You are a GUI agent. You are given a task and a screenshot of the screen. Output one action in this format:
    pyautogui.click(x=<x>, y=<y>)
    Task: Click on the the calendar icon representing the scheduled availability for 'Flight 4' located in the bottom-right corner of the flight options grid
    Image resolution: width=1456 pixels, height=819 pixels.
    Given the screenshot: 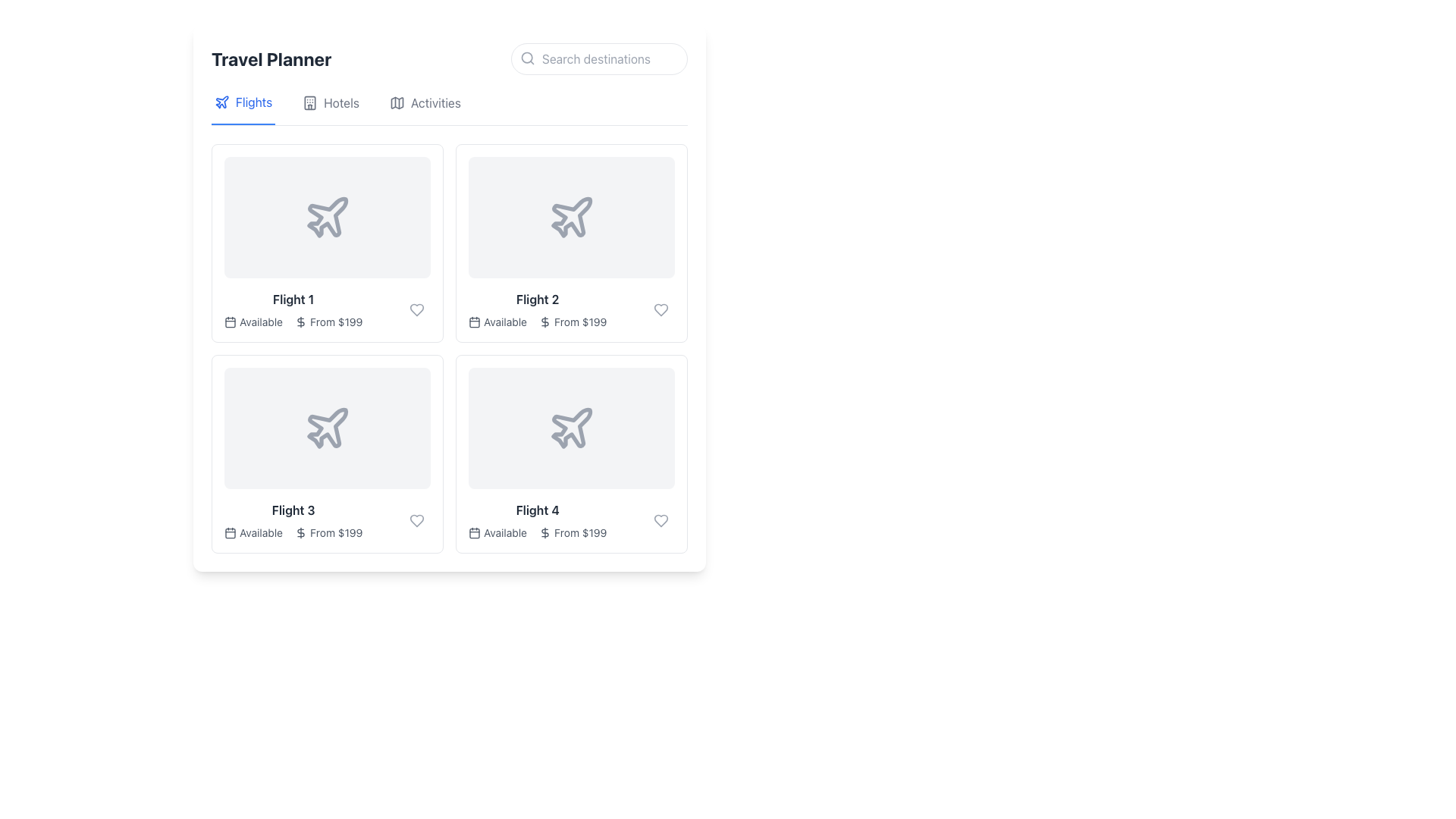 What is the action you would take?
    pyautogui.click(x=473, y=532)
    